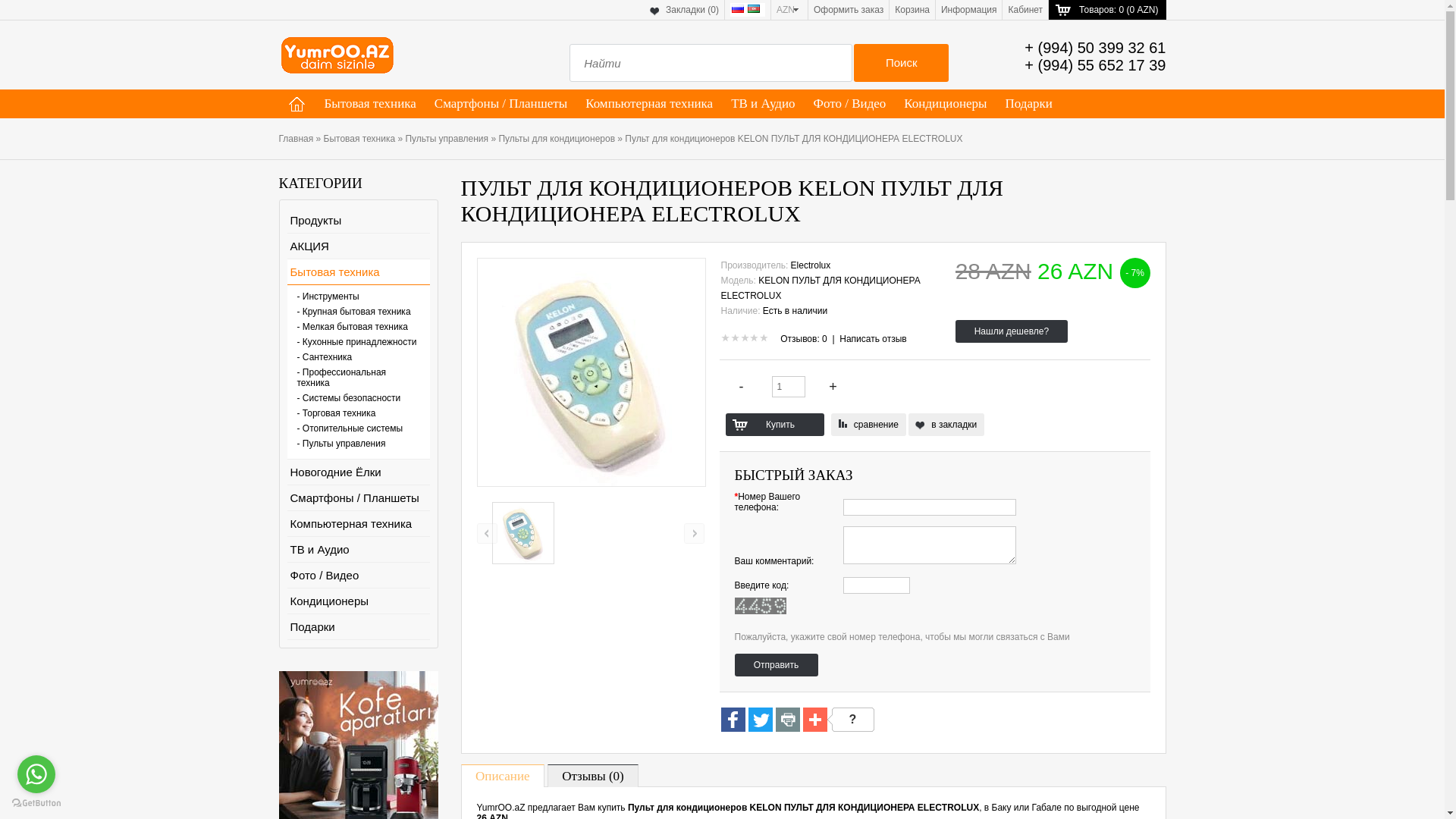 This screenshot has height=819, width=1456. Describe the element at coordinates (747, 718) in the screenshot. I see `'Twitter'` at that location.